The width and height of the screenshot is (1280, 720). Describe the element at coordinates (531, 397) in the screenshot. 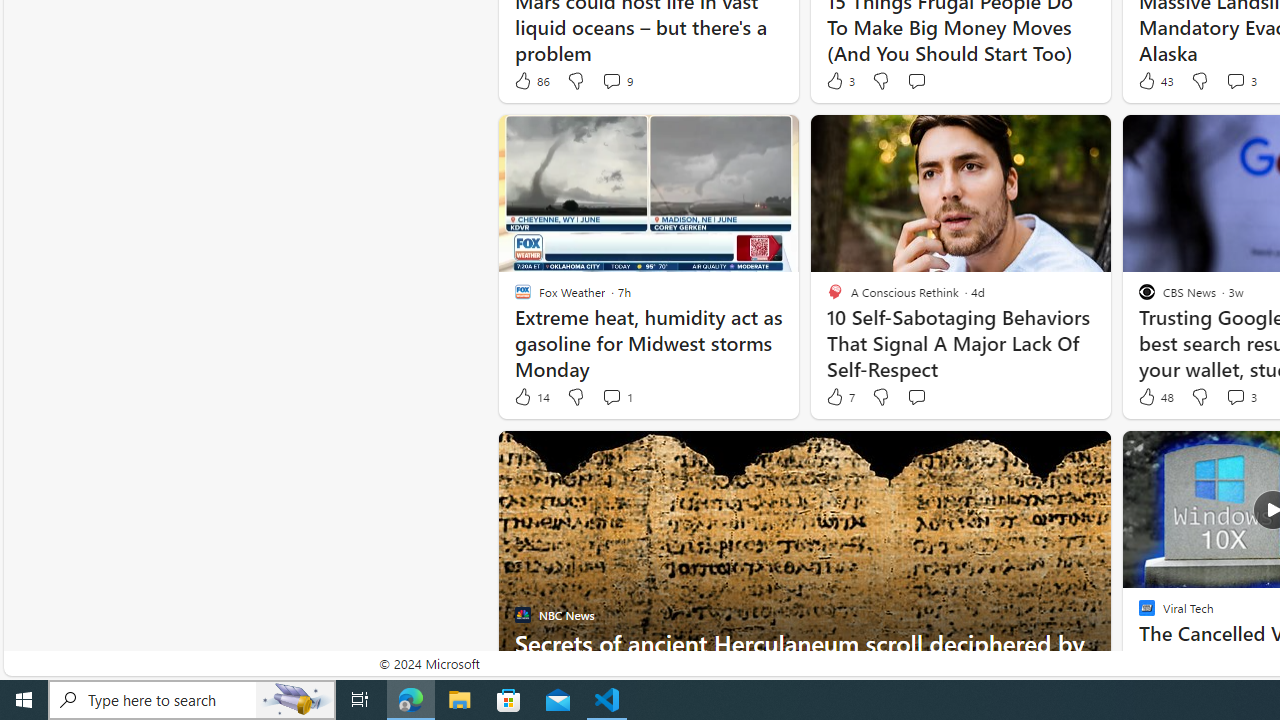

I see `'14 Like'` at that location.